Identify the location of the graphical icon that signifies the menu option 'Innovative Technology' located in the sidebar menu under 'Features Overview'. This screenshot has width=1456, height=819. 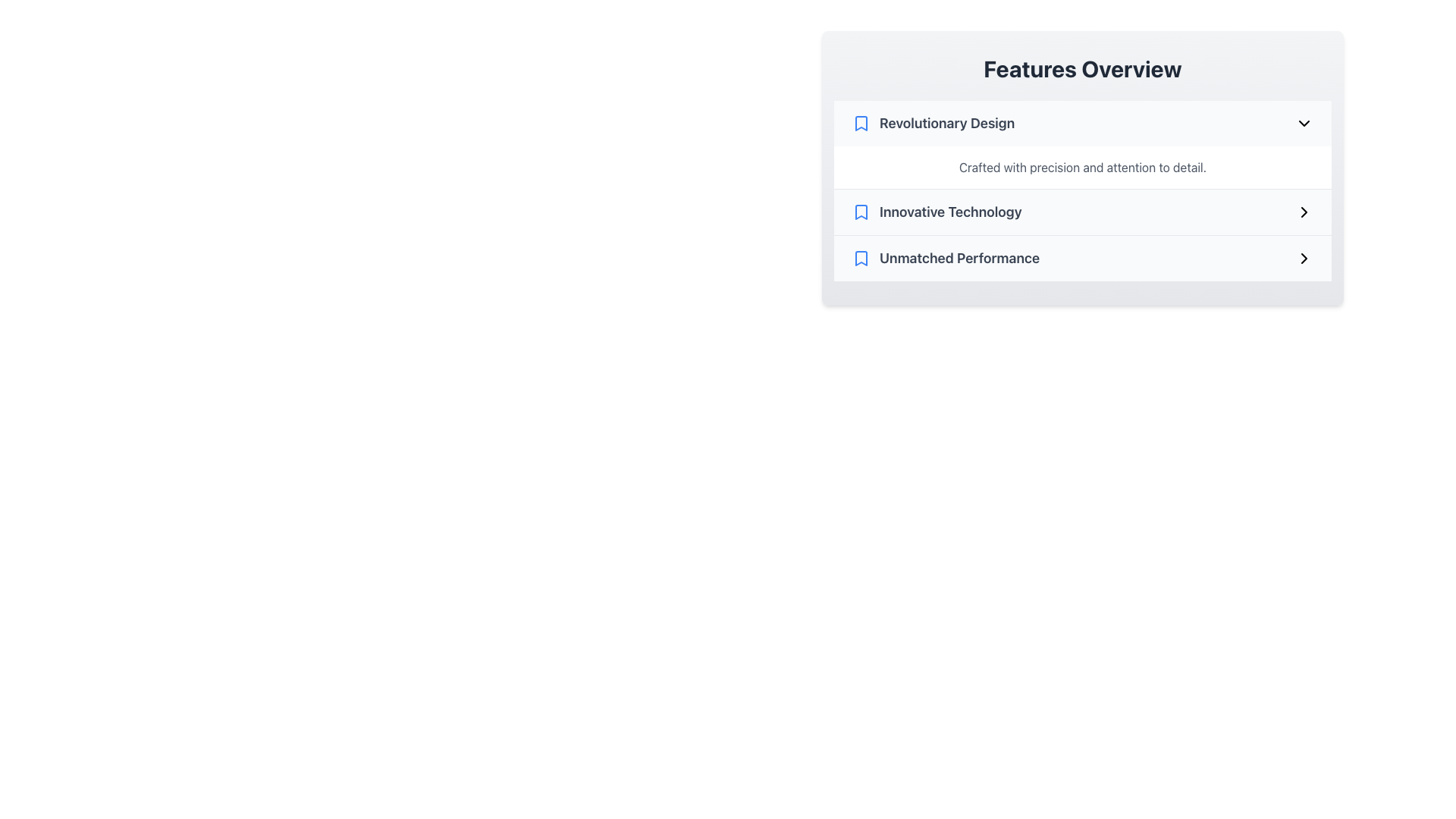
(861, 212).